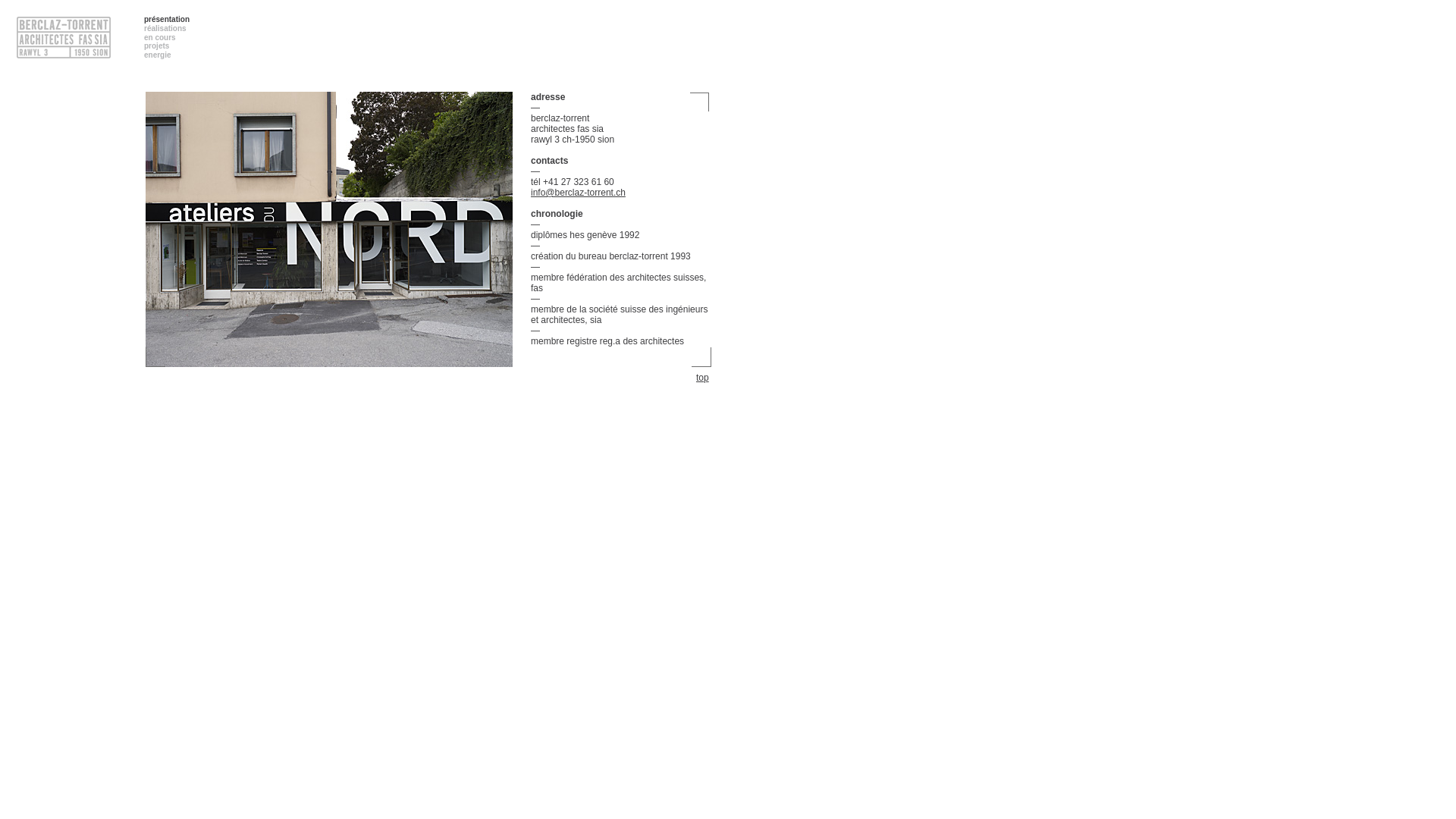 The width and height of the screenshot is (1456, 819). What do you see at coordinates (328, 234) in the screenshot?
I see `'bureau d'architectes fas sia sion'` at bounding box center [328, 234].